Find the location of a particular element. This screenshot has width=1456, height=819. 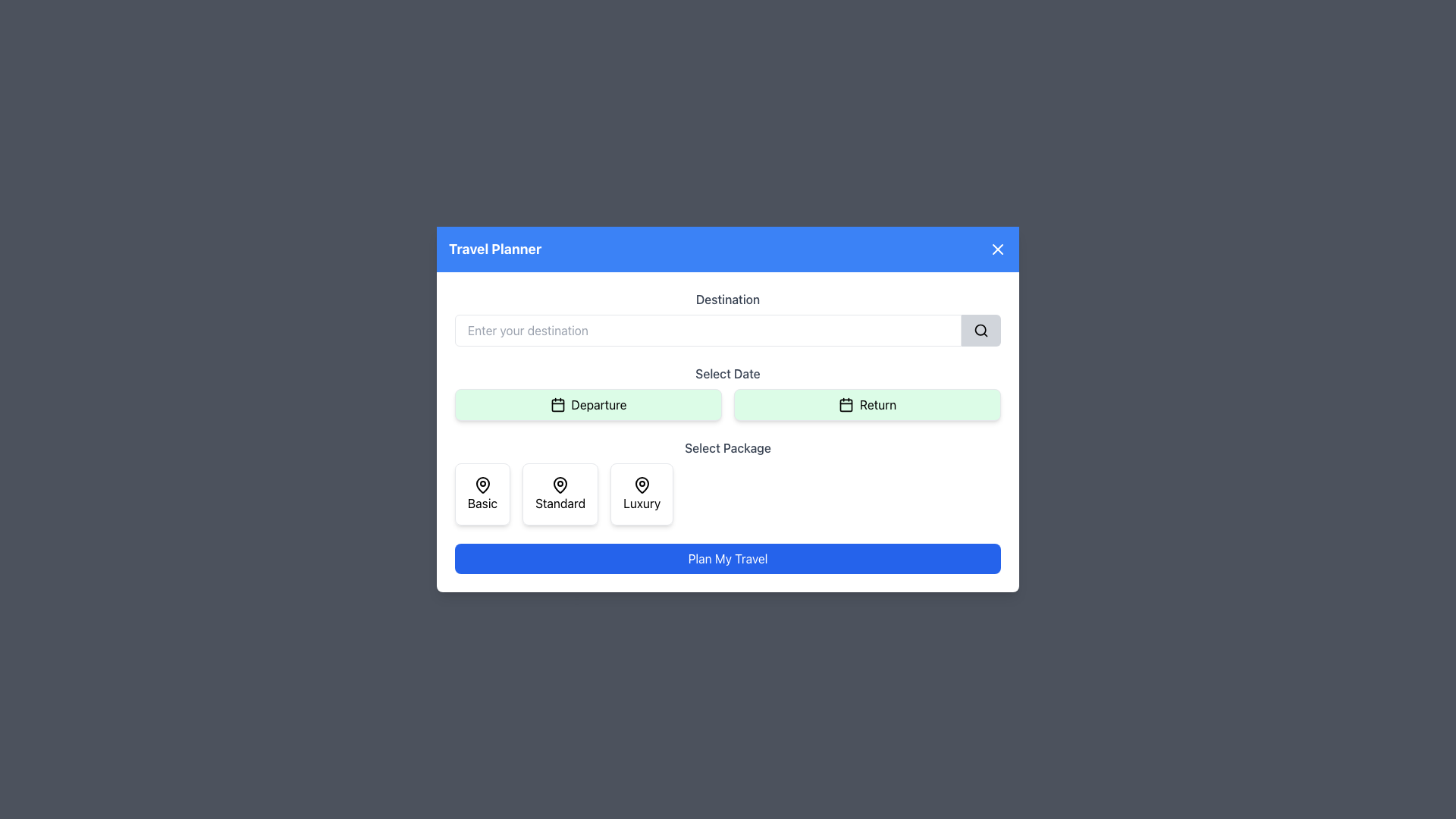

the return date selection button located to the right of the Departure button under the 'Select Date' heading is located at coordinates (867, 403).